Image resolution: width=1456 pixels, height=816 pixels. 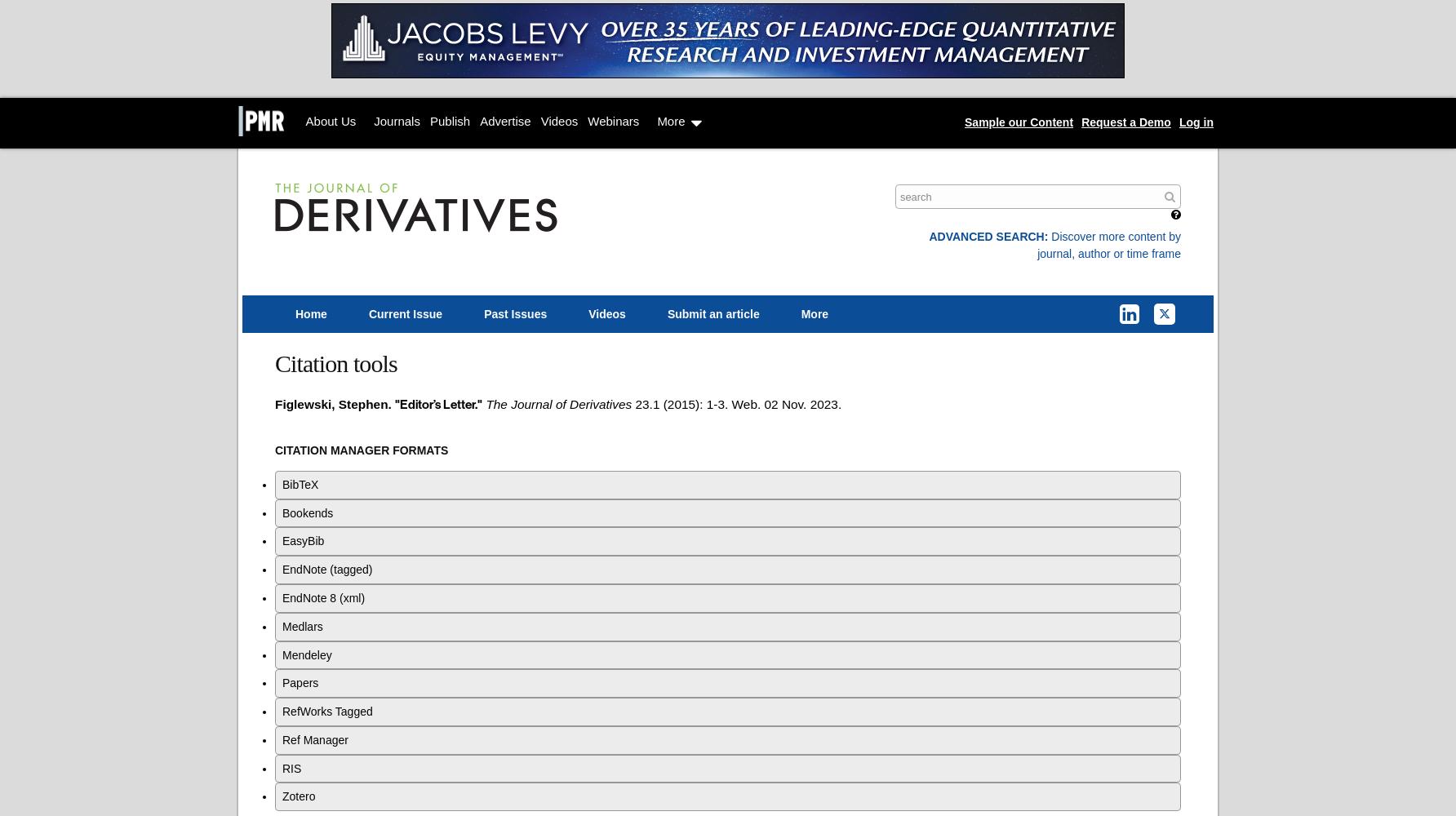 What do you see at coordinates (705, 402) in the screenshot?
I see `'1-3'` at bounding box center [705, 402].